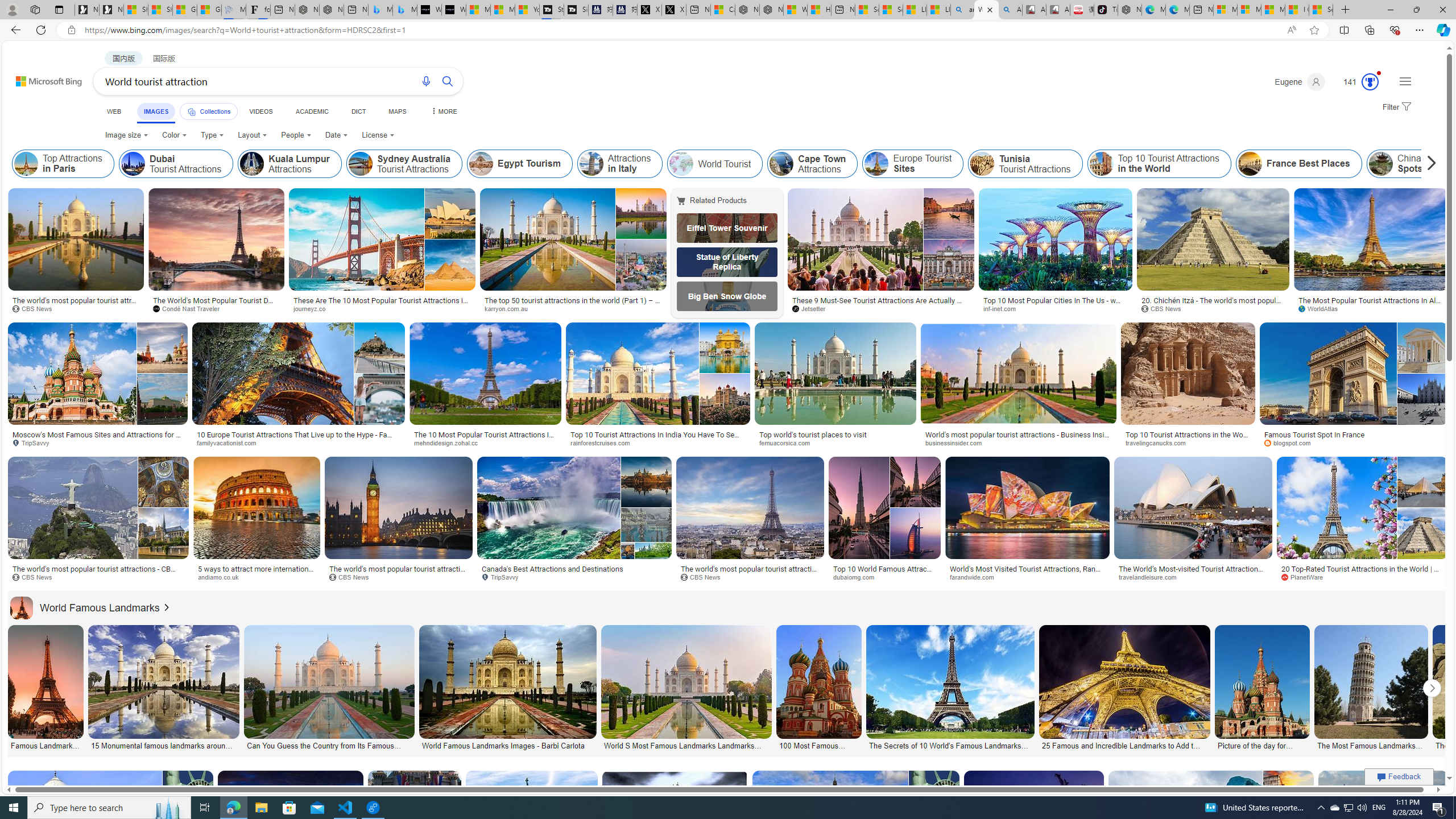  Describe the element at coordinates (726, 296) in the screenshot. I see `'Big Ben Snow Globe'` at that location.